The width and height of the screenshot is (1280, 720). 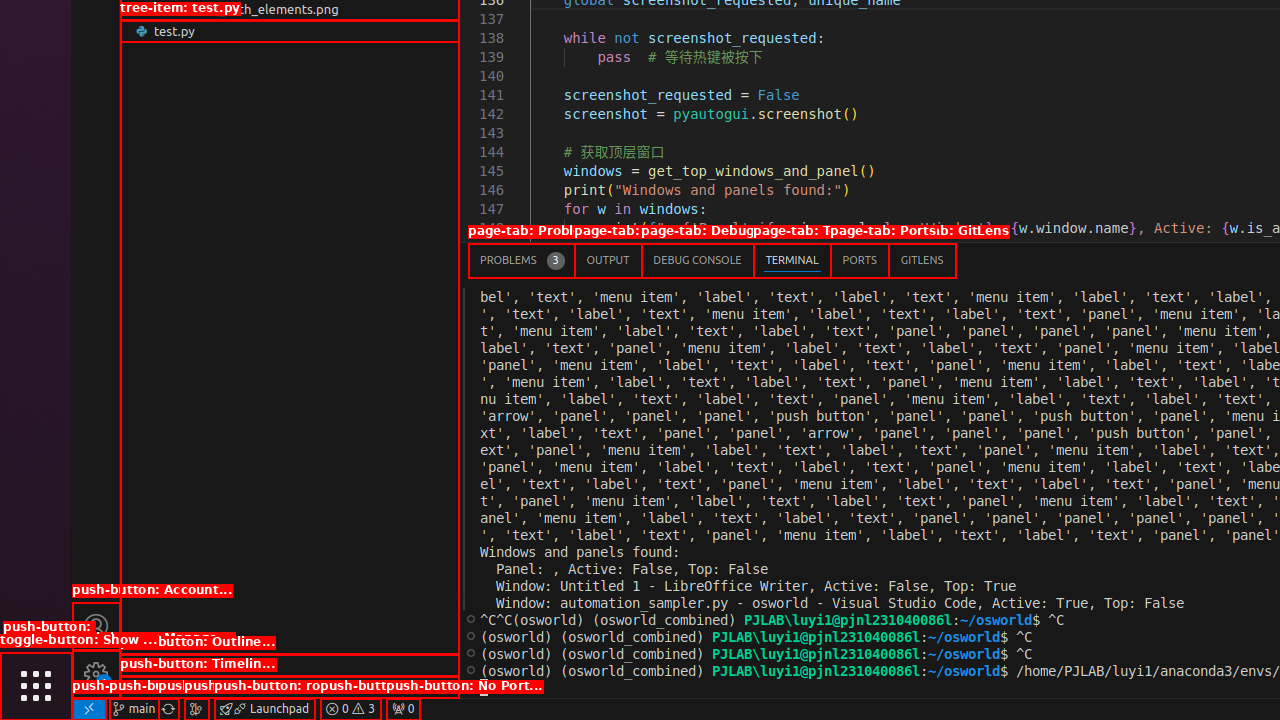 I want to click on 'GitLens', so click(x=920, y=259).